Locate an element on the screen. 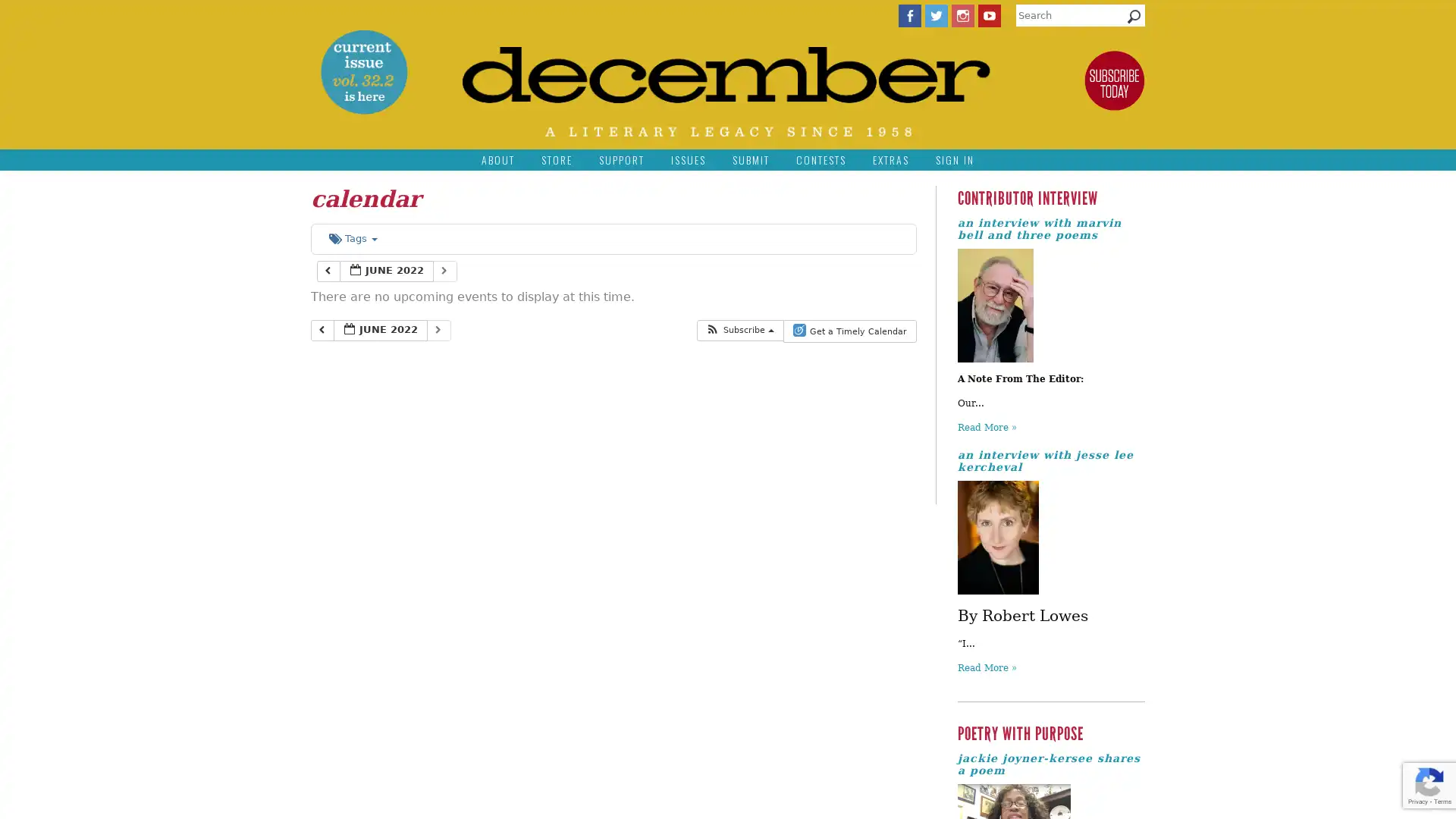 Image resolution: width=1456 pixels, height=819 pixels. Subscribe is located at coordinates (739, 329).